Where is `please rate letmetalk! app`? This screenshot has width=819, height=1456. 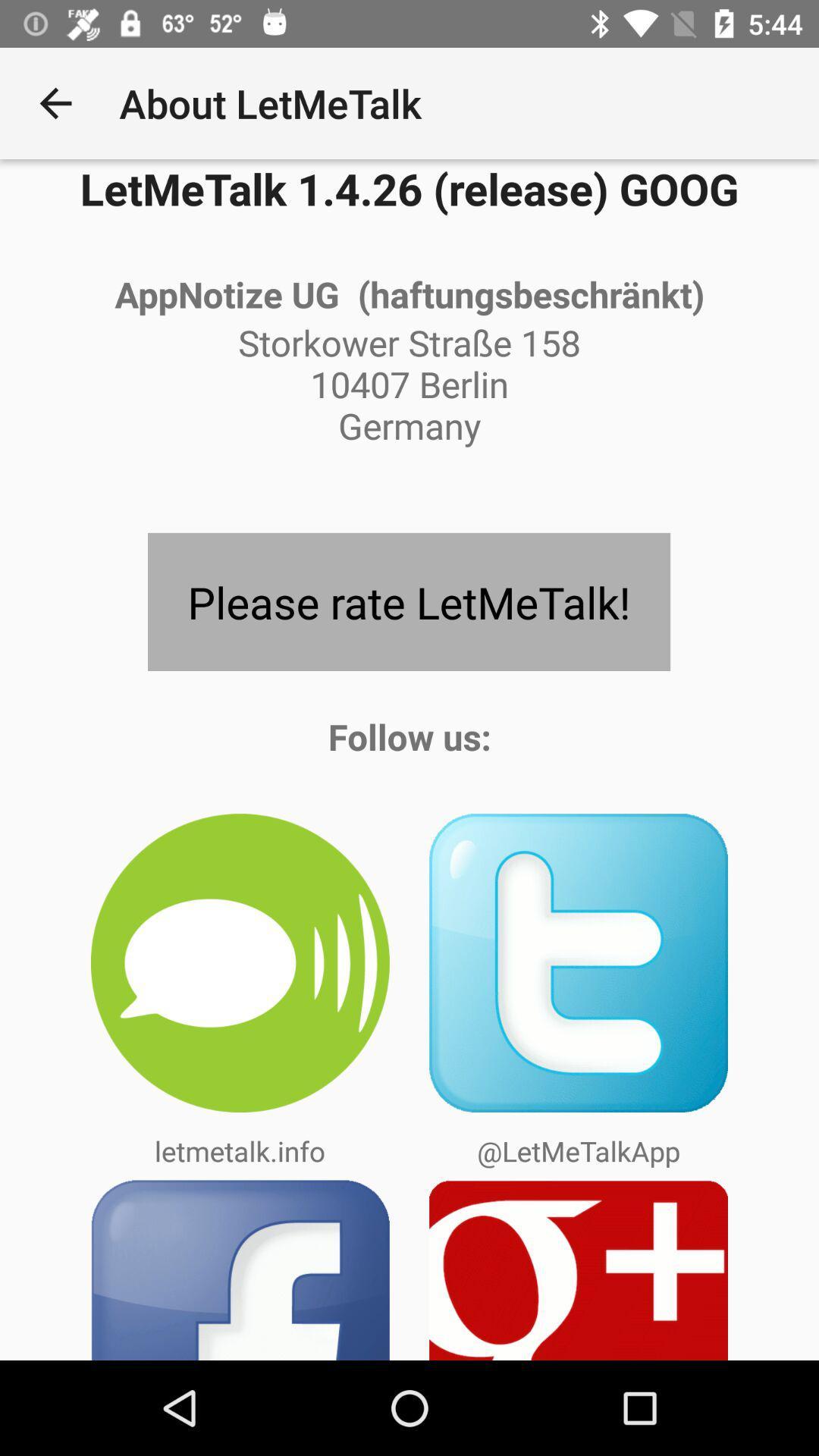 please rate letmetalk! app is located at coordinates (408, 601).